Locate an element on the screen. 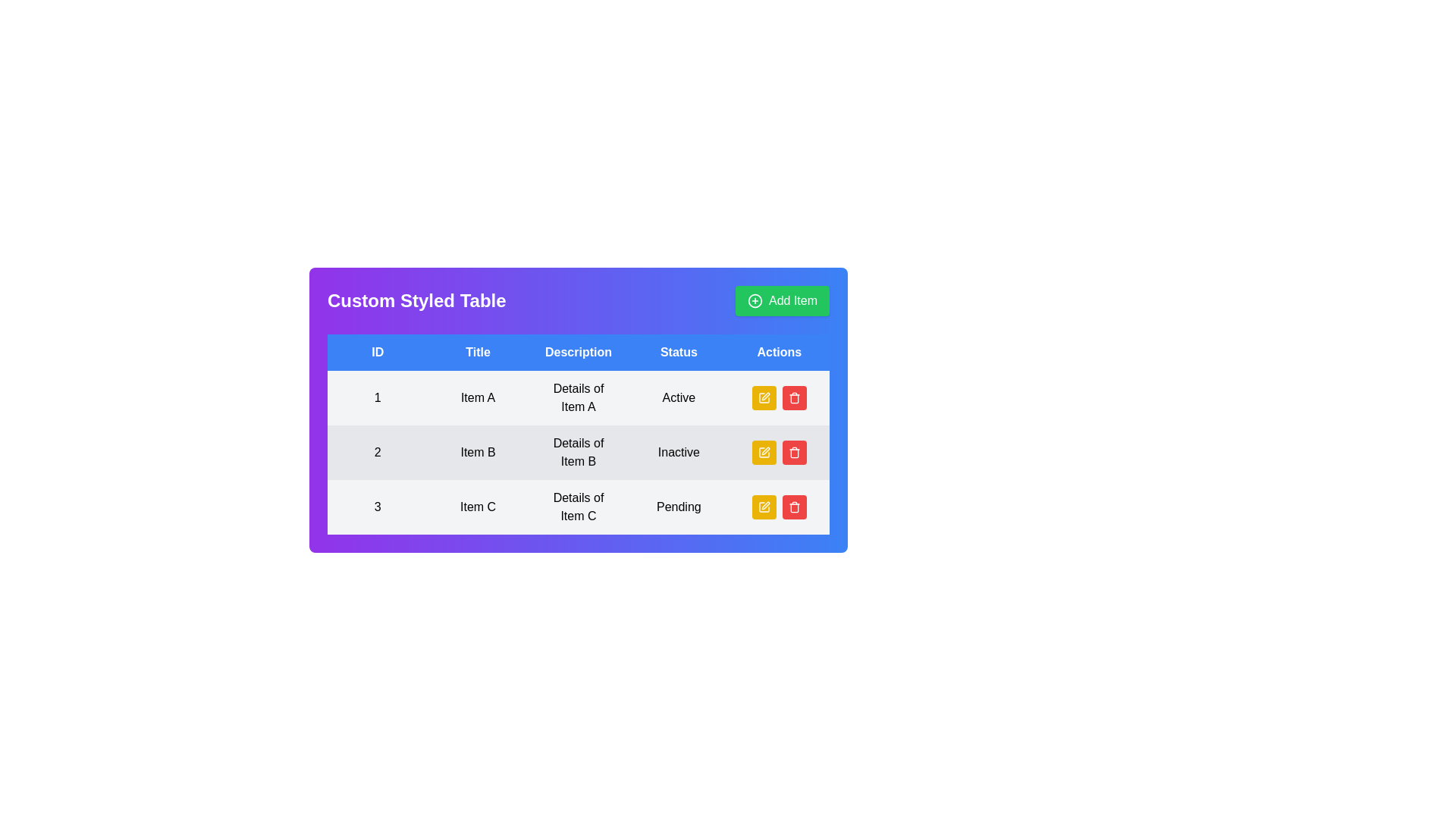 The image size is (1456, 819). on the second row of the table displaying information about 'Item B', which includes its ID, title, description, and status is located at coordinates (578, 452).